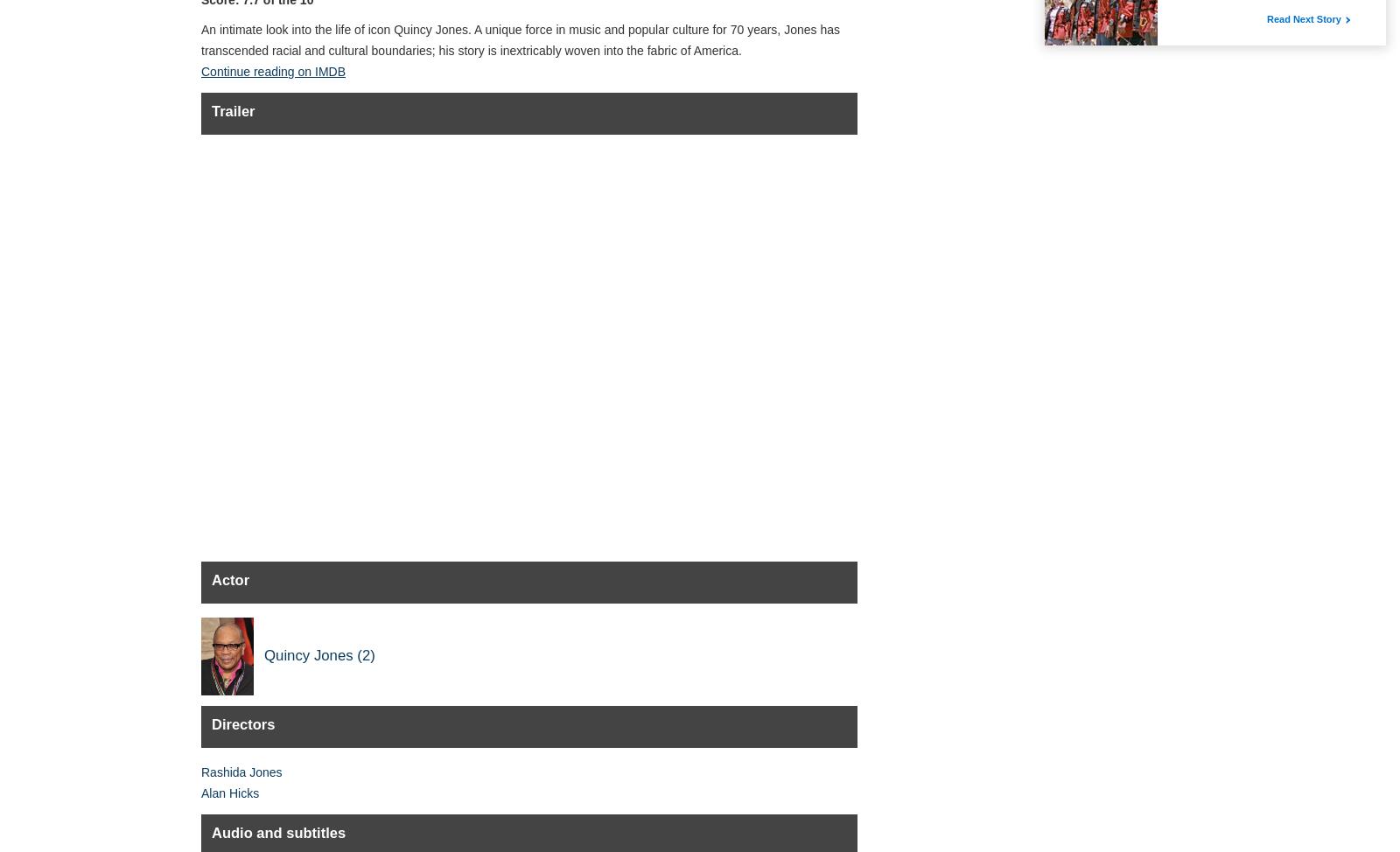 This screenshot has width=1400, height=852. I want to click on 'Directors', so click(211, 723).